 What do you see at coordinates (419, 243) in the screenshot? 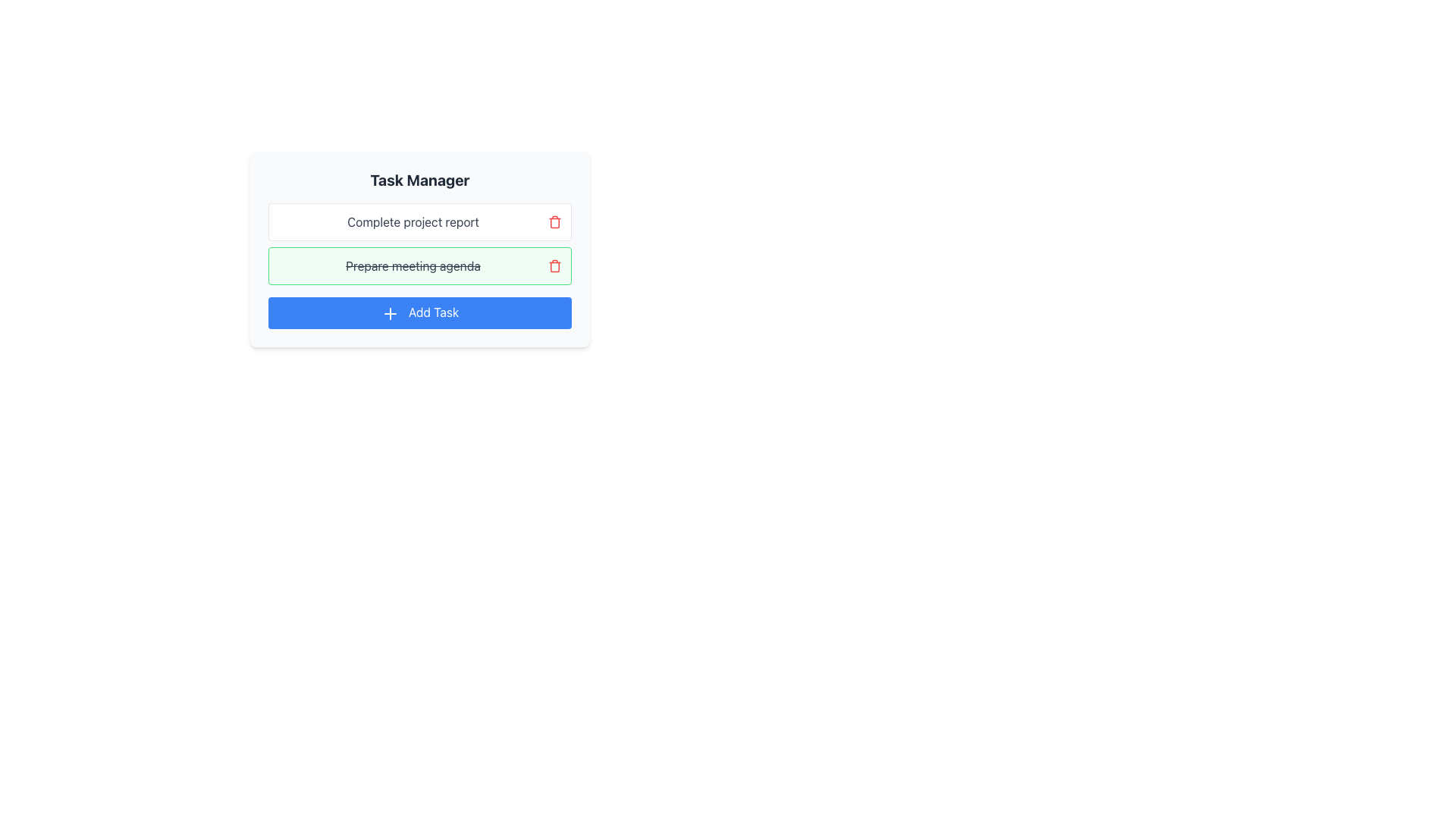
I see `the second entry of the task list labeled 'Prepare meeting agenda' with a strikethrough style` at bounding box center [419, 243].